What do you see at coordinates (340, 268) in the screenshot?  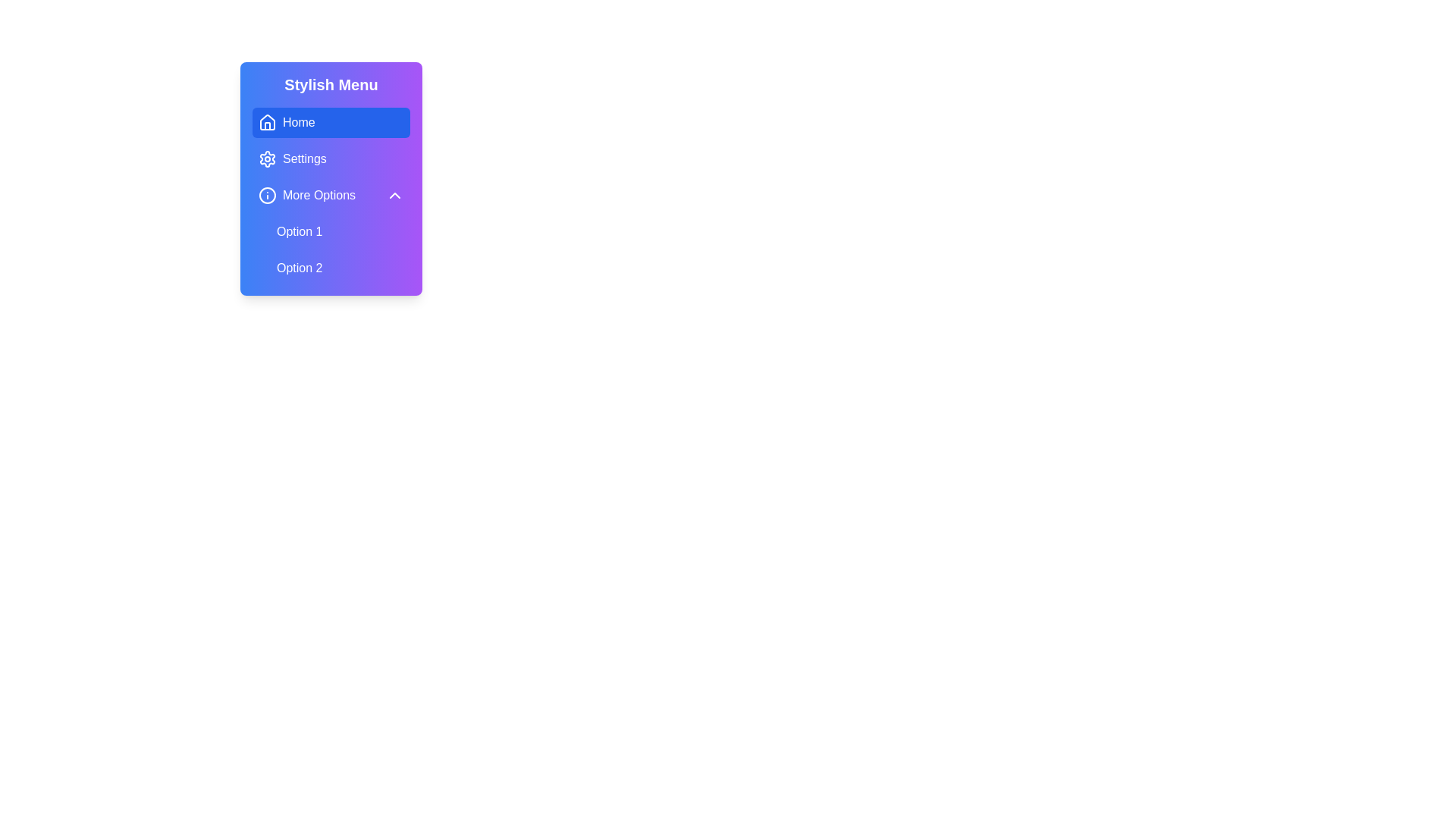 I see `the 'Option 2' button, which is a rectangular button with a gradient blue to purple background located below 'Option 1' in a vertical list` at bounding box center [340, 268].